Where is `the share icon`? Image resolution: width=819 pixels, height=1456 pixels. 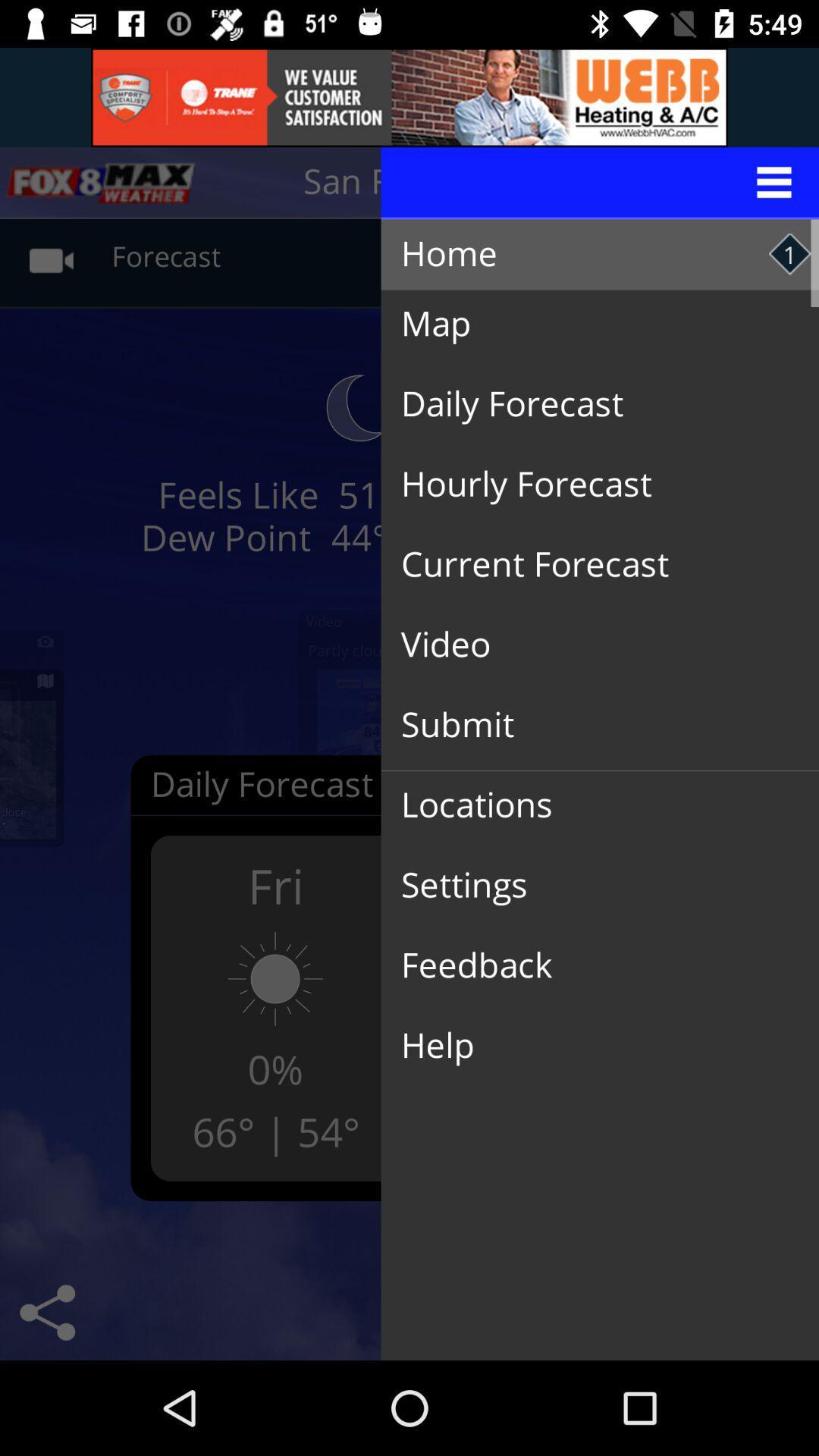
the share icon is located at coordinates (46, 1312).